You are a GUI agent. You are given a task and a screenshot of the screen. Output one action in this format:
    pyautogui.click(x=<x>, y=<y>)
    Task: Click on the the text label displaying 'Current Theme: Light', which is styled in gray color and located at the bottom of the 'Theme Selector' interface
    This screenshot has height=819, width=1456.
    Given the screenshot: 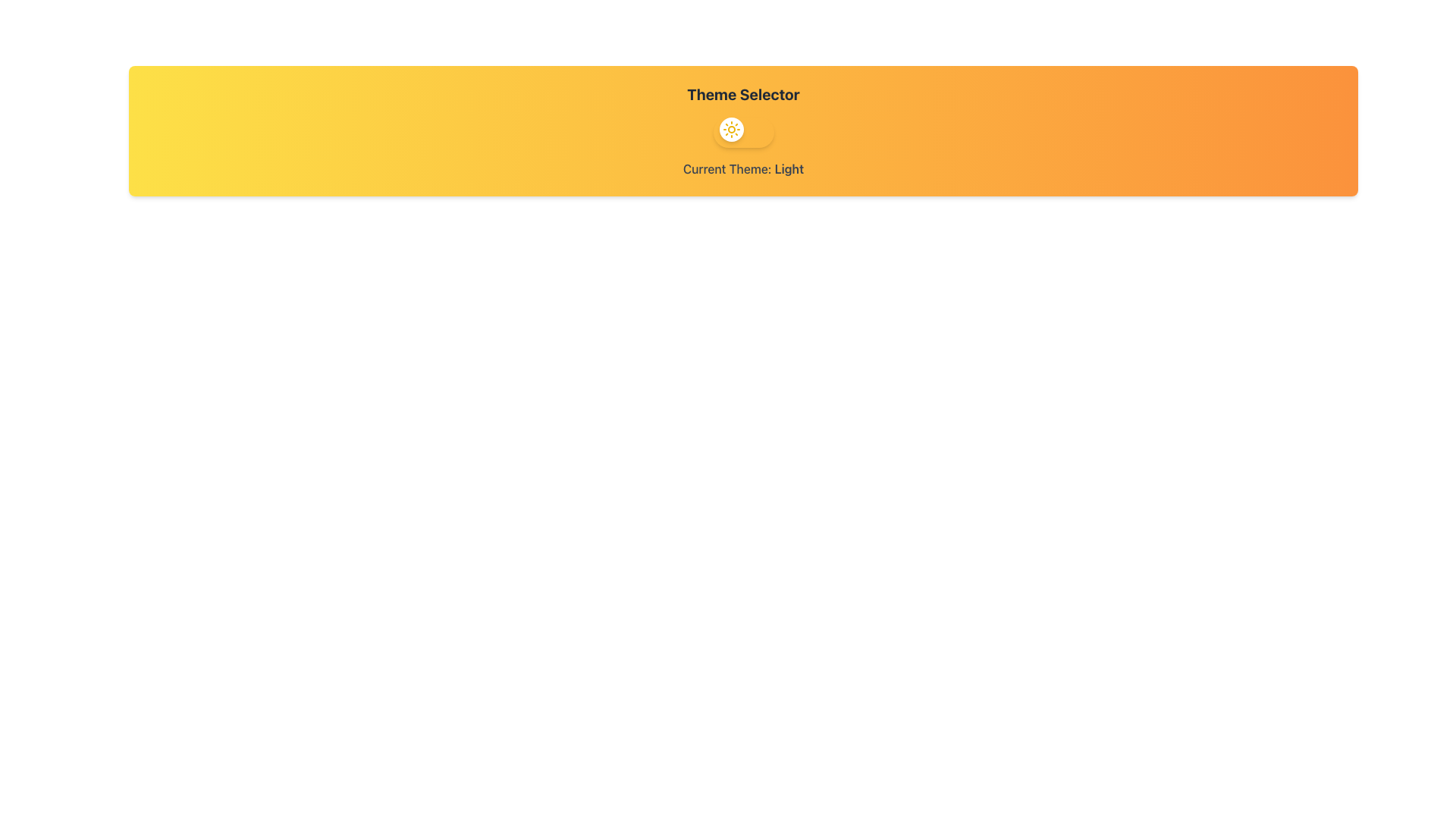 What is the action you would take?
    pyautogui.click(x=743, y=169)
    